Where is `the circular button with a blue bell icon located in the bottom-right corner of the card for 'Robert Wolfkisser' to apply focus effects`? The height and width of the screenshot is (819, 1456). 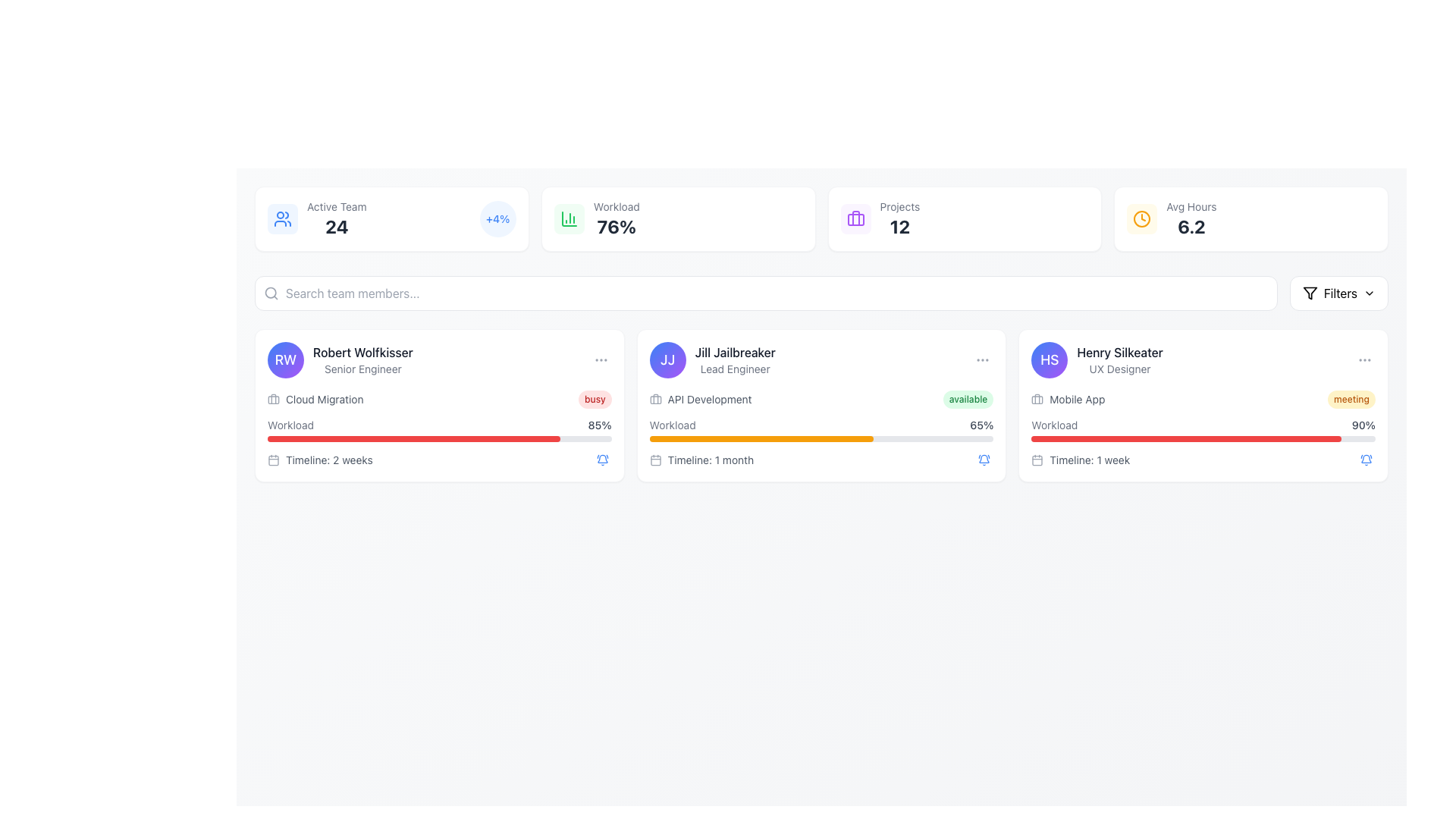
the circular button with a blue bell icon located in the bottom-right corner of the card for 'Robert Wolfkisser' to apply focus effects is located at coordinates (601, 459).